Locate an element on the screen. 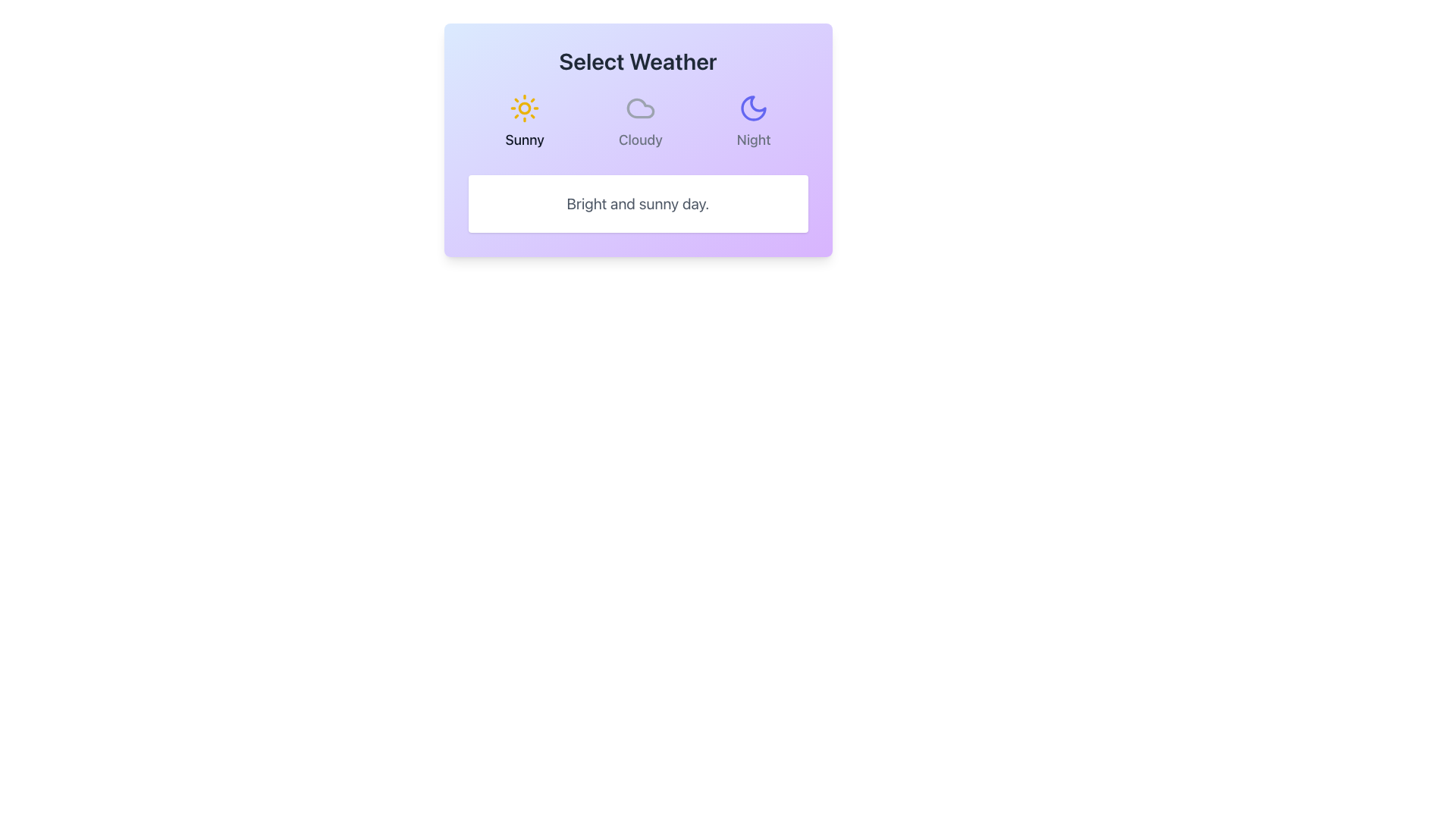 The width and height of the screenshot is (1456, 819). the 'Cloudy' weather icon, which is centrally positioned in the second column of a three-column grid, indicating the weather state is located at coordinates (640, 107).